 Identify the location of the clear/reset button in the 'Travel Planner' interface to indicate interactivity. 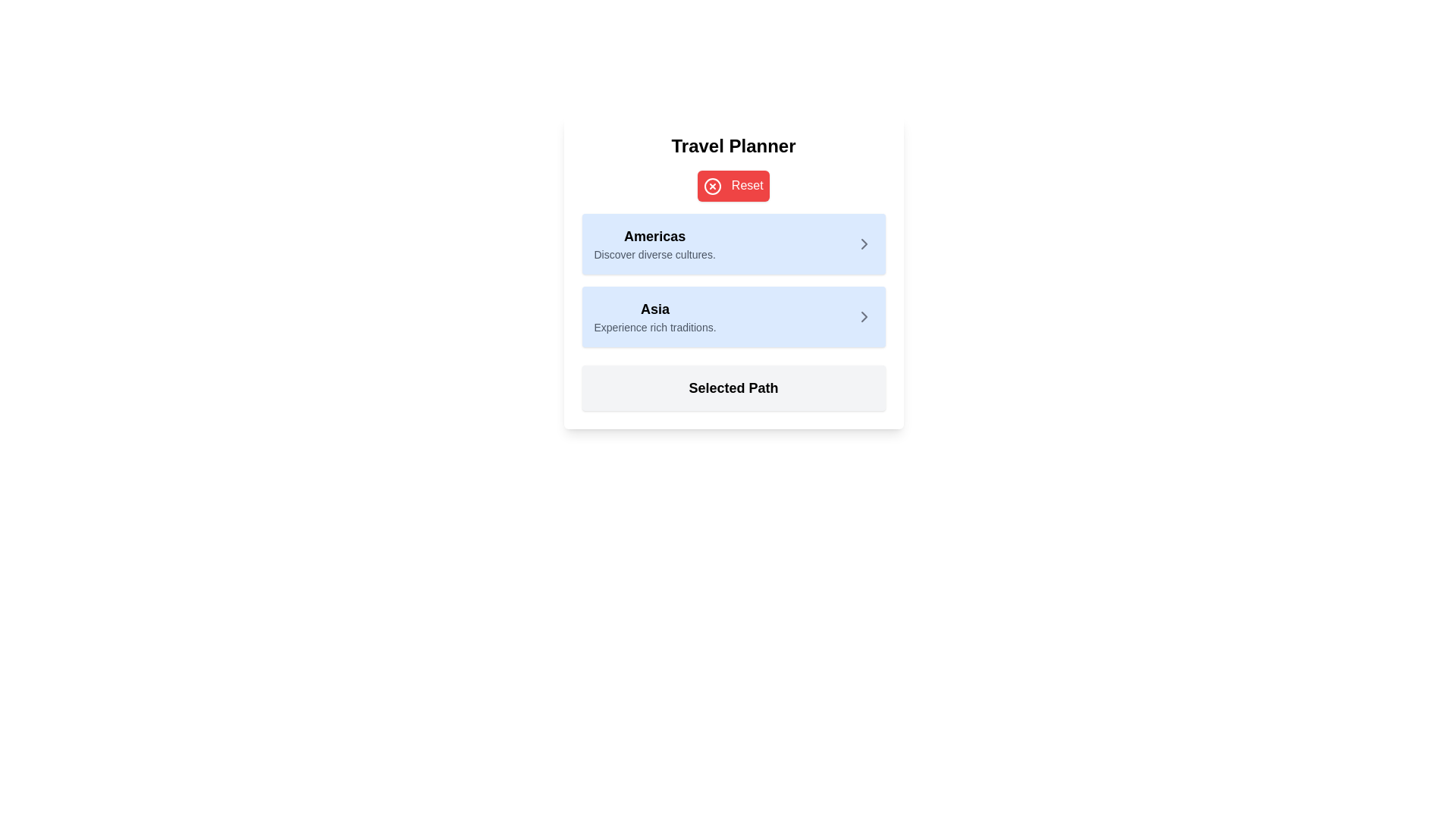
(733, 185).